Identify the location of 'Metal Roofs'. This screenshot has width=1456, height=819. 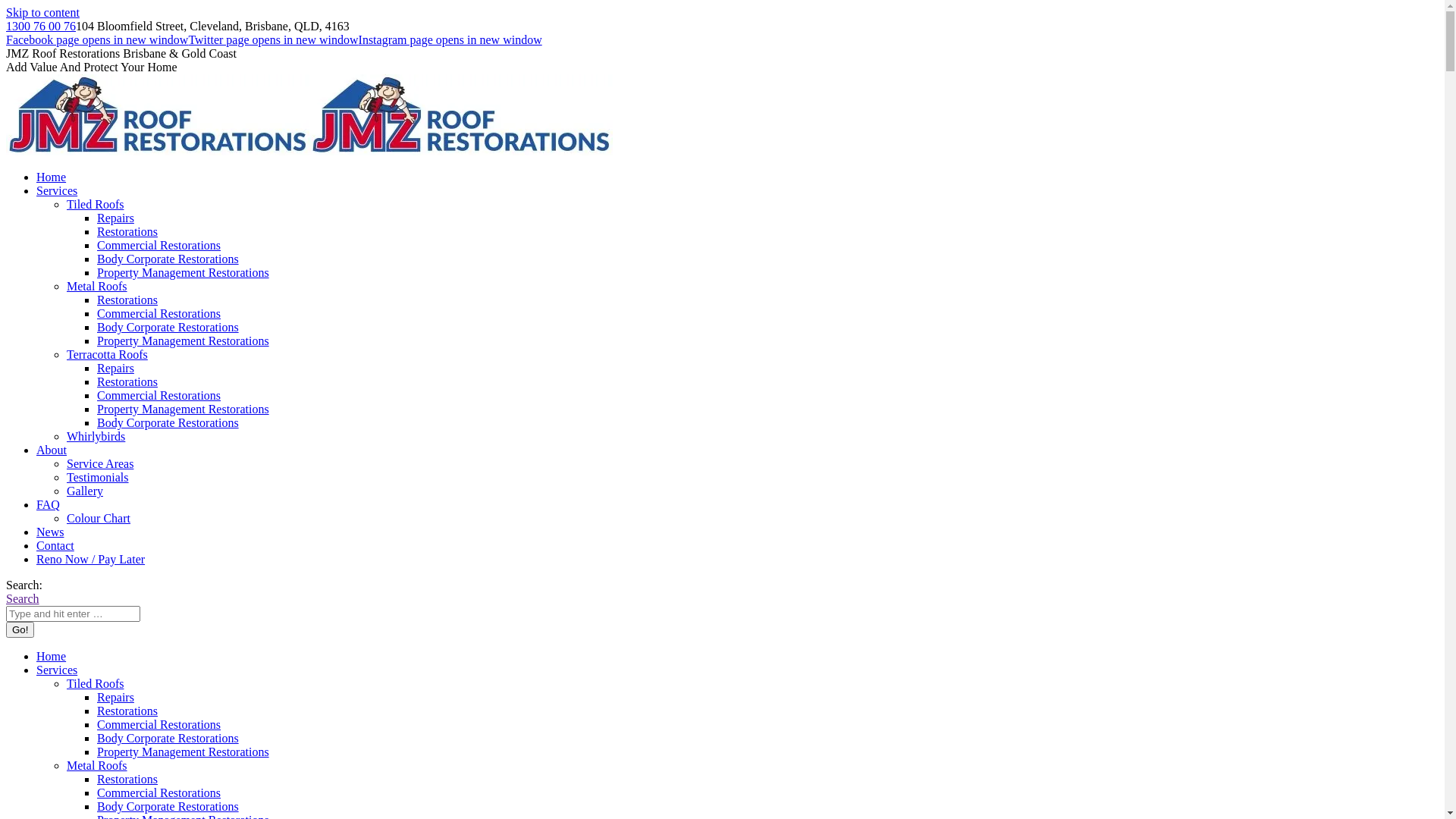
(96, 286).